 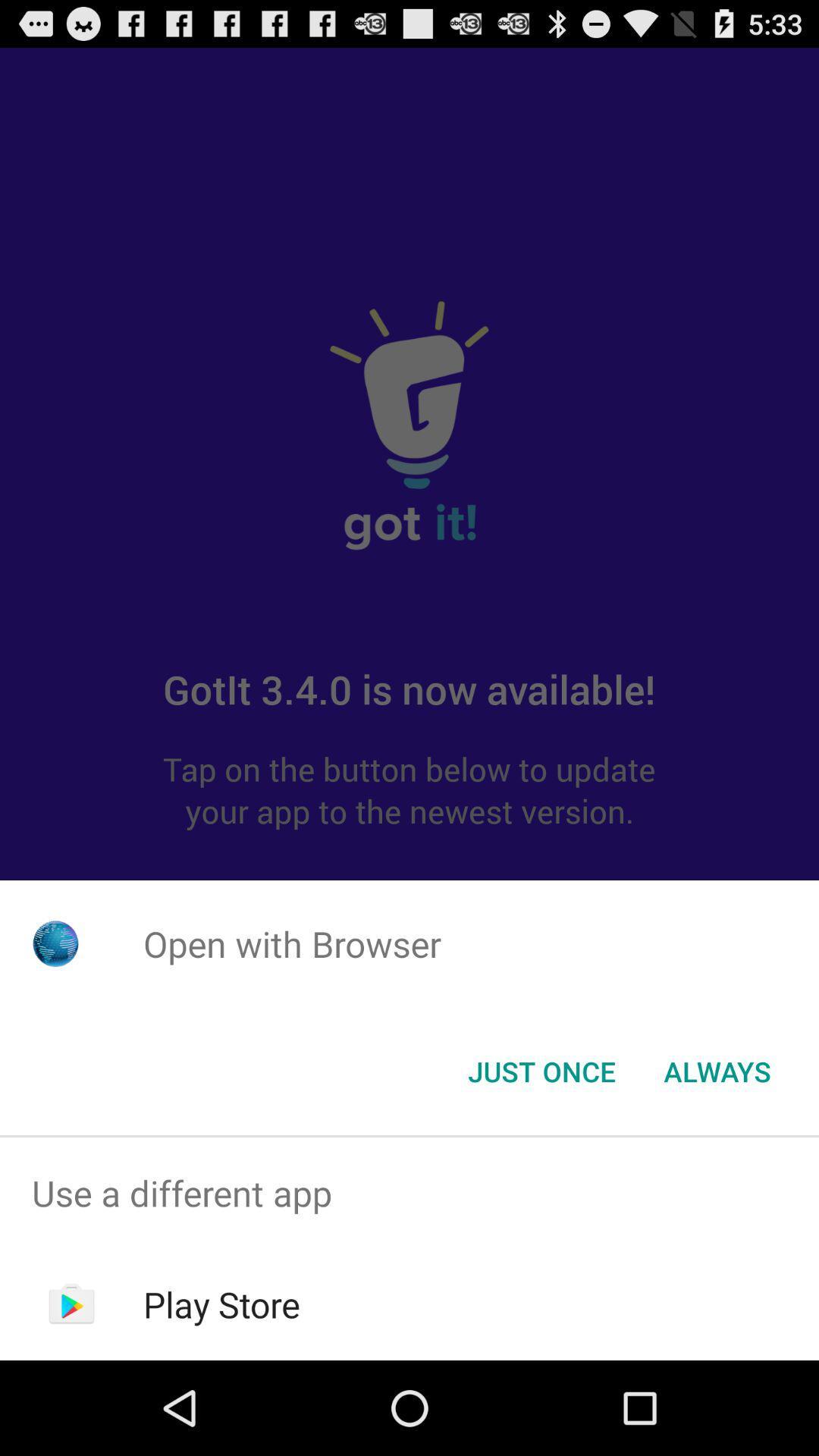 I want to click on app below the open with browser icon, so click(x=541, y=1070).